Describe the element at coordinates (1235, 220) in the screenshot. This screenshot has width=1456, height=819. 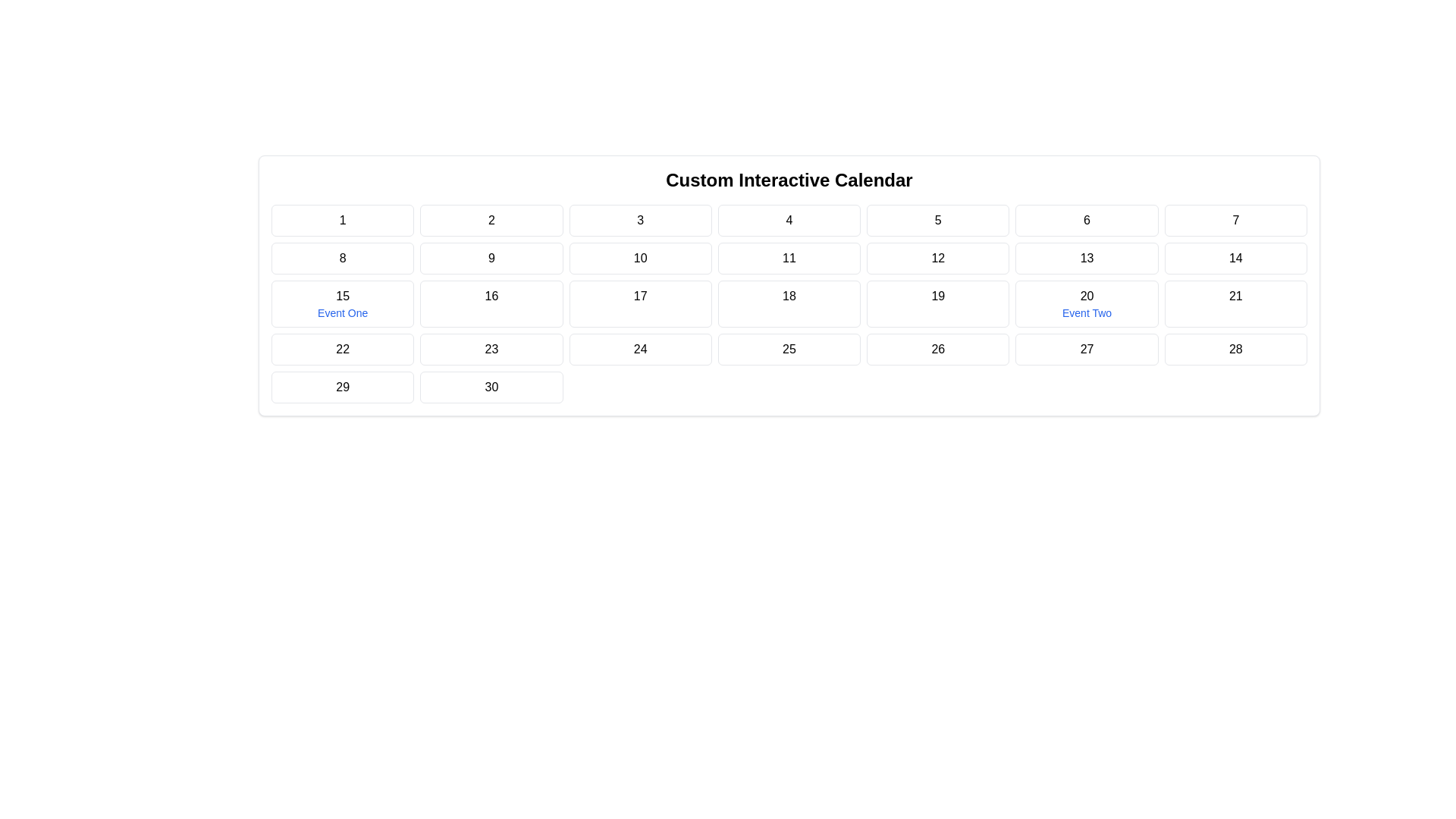
I see `the Calendar Day Cell that contains the numeral '7', which is a square-shaped section with rounded edges located at the far right of the top row in the calendar interface` at that location.